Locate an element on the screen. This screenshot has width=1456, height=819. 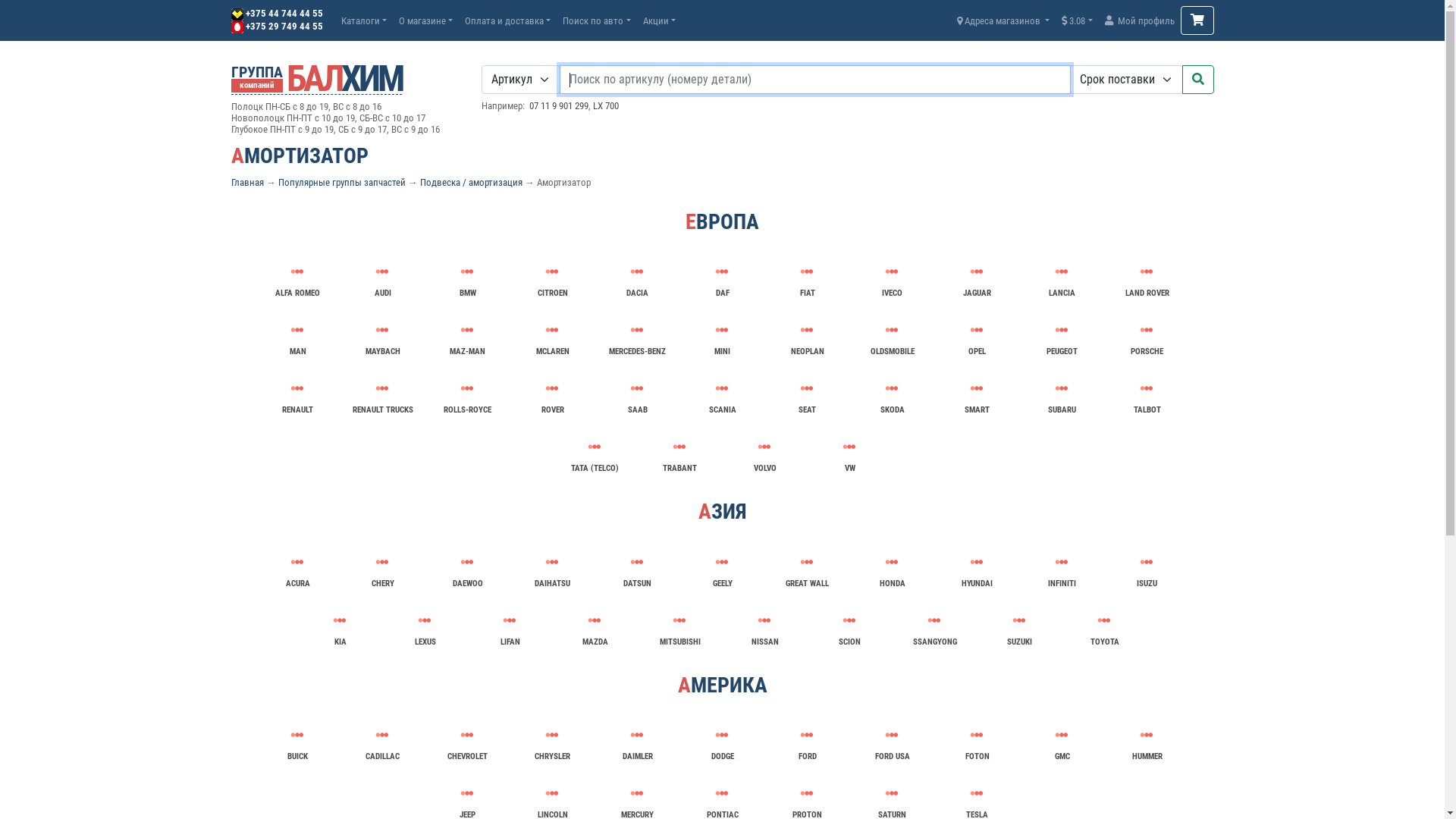
'PEUGEOT' is located at coordinates (1061, 334).